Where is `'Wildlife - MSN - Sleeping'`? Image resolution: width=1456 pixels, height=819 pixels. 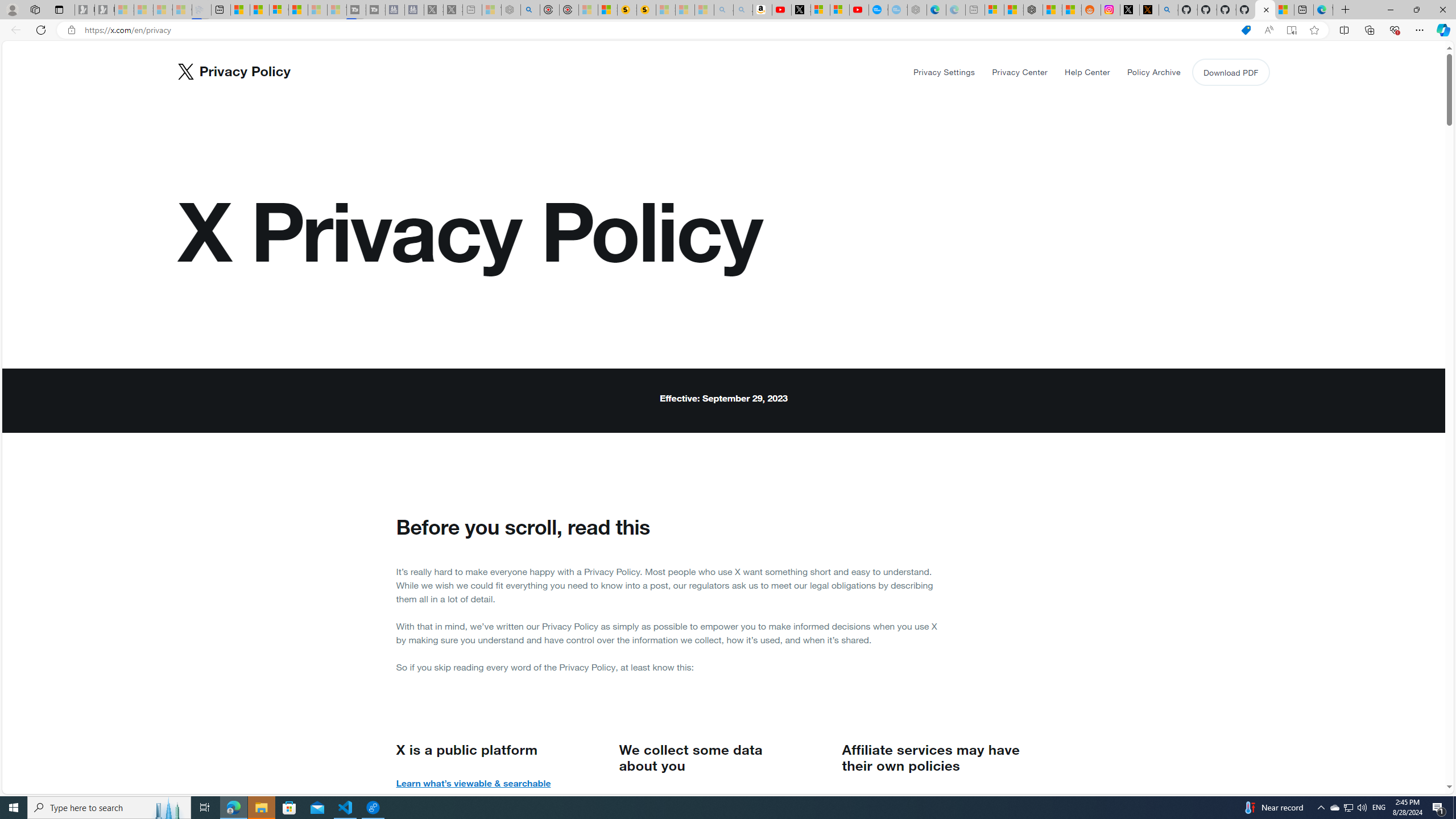 'Wildlife - MSN - Sleeping' is located at coordinates (491, 9).